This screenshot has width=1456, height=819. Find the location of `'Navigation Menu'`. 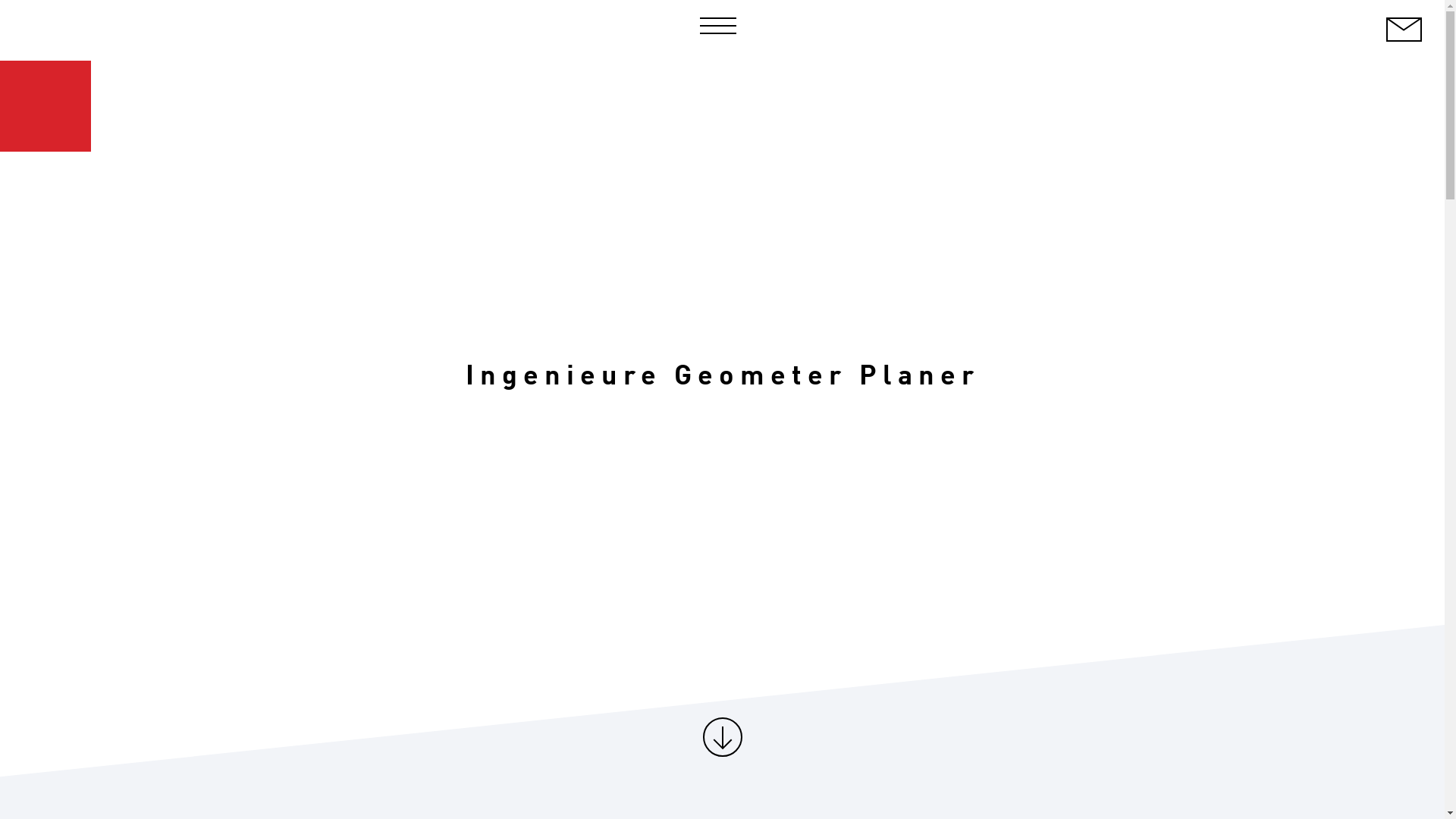

'Navigation Menu' is located at coordinates (720, 26).